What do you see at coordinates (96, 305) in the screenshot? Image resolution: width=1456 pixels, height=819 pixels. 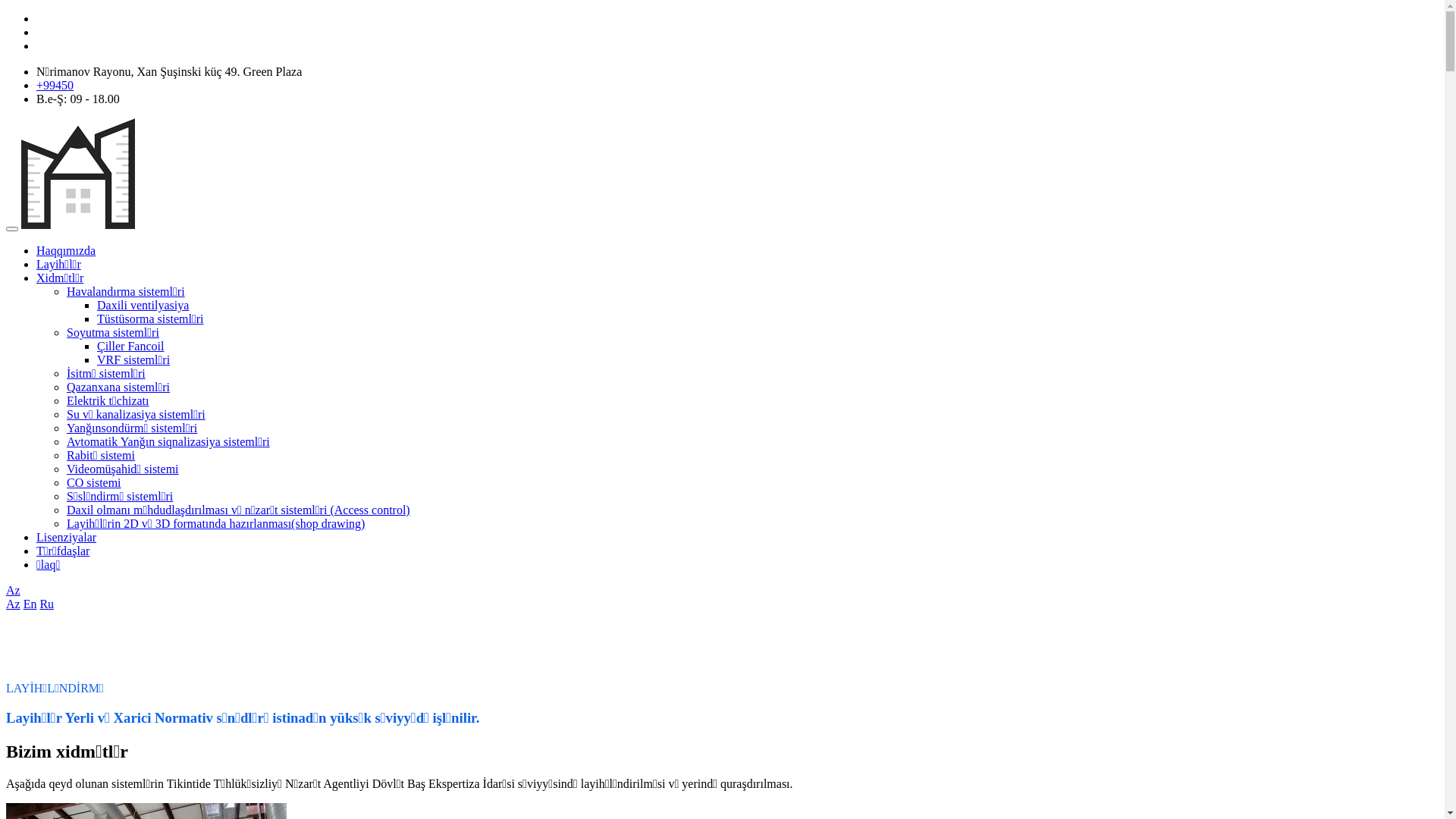 I see `'Daxili ventilyasiya'` at bounding box center [96, 305].